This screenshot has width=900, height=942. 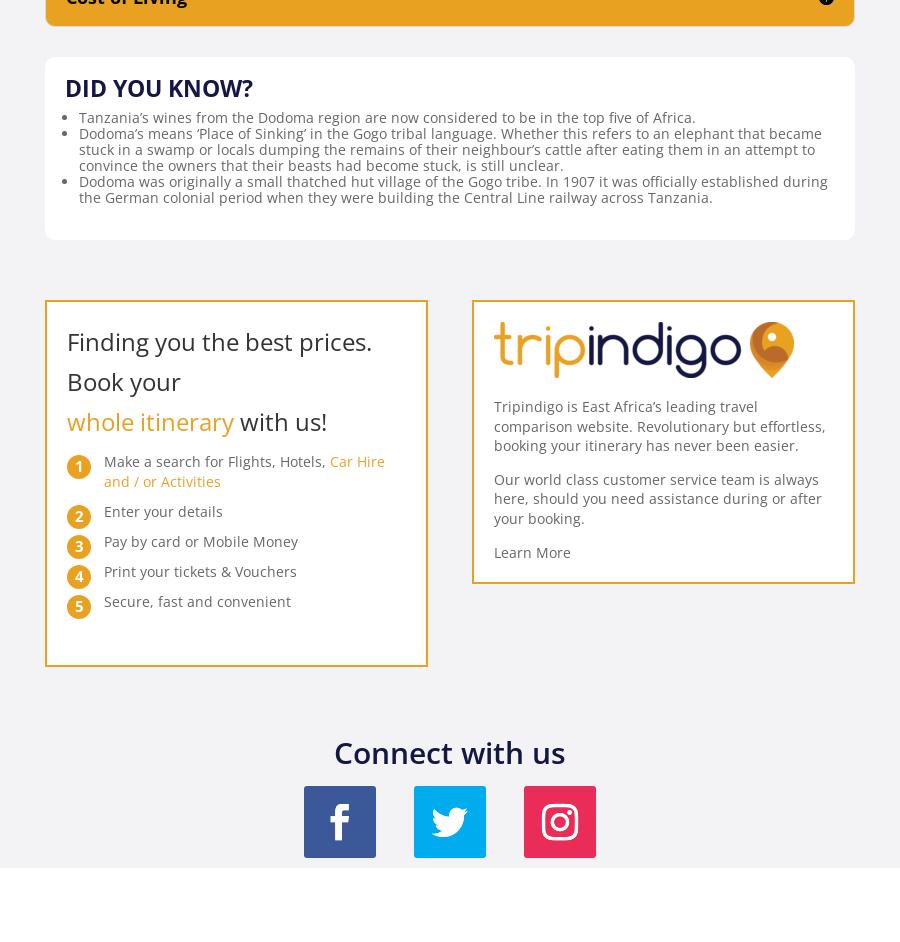 I want to click on 'Tanzania’s wines from the Dodoma region are now considered to be in the top five of Africa.', so click(x=78, y=117).